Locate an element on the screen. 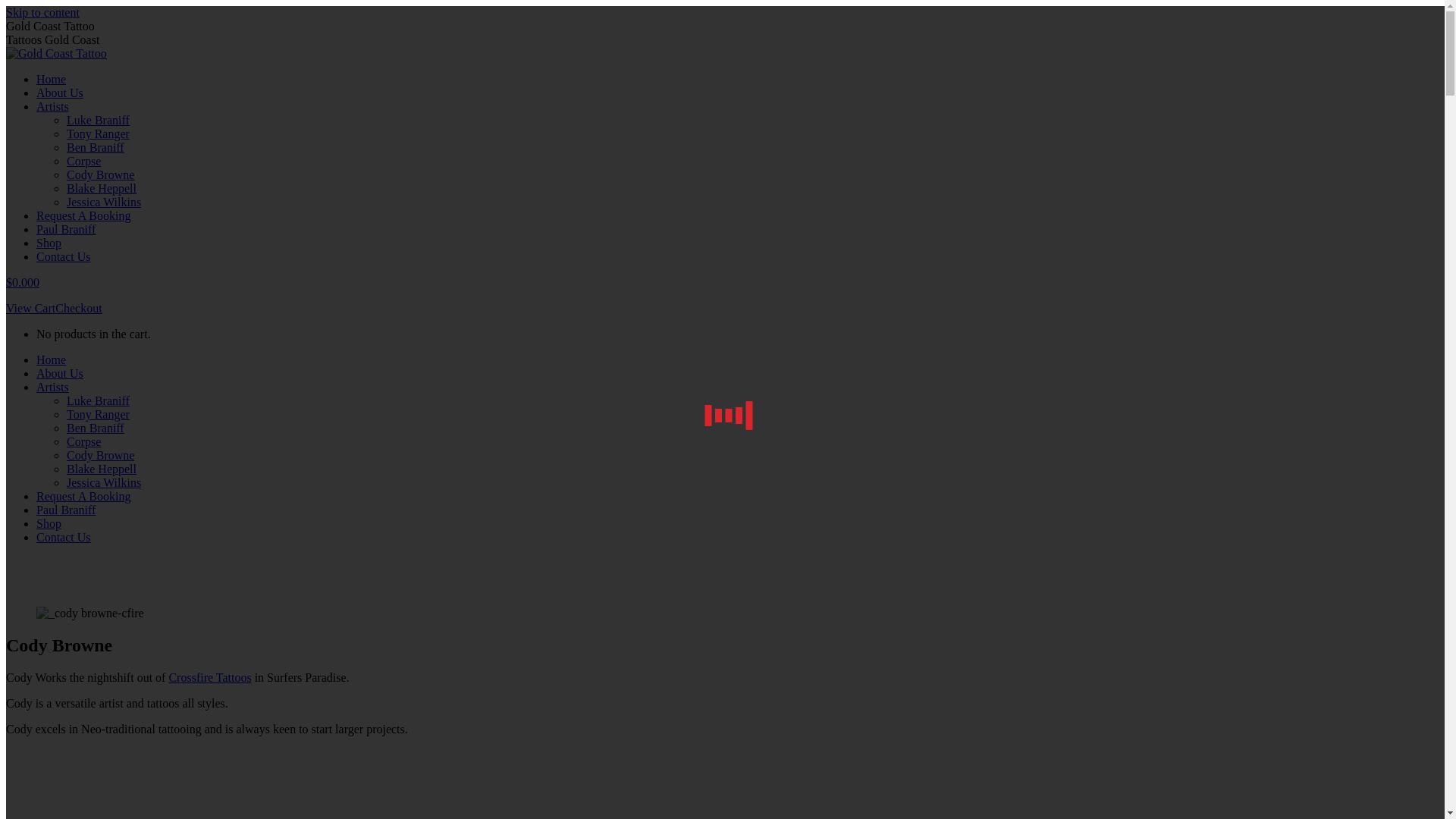 This screenshot has height=819, width=1456. 'Tony Ranger' is located at coordinates (65, 414).